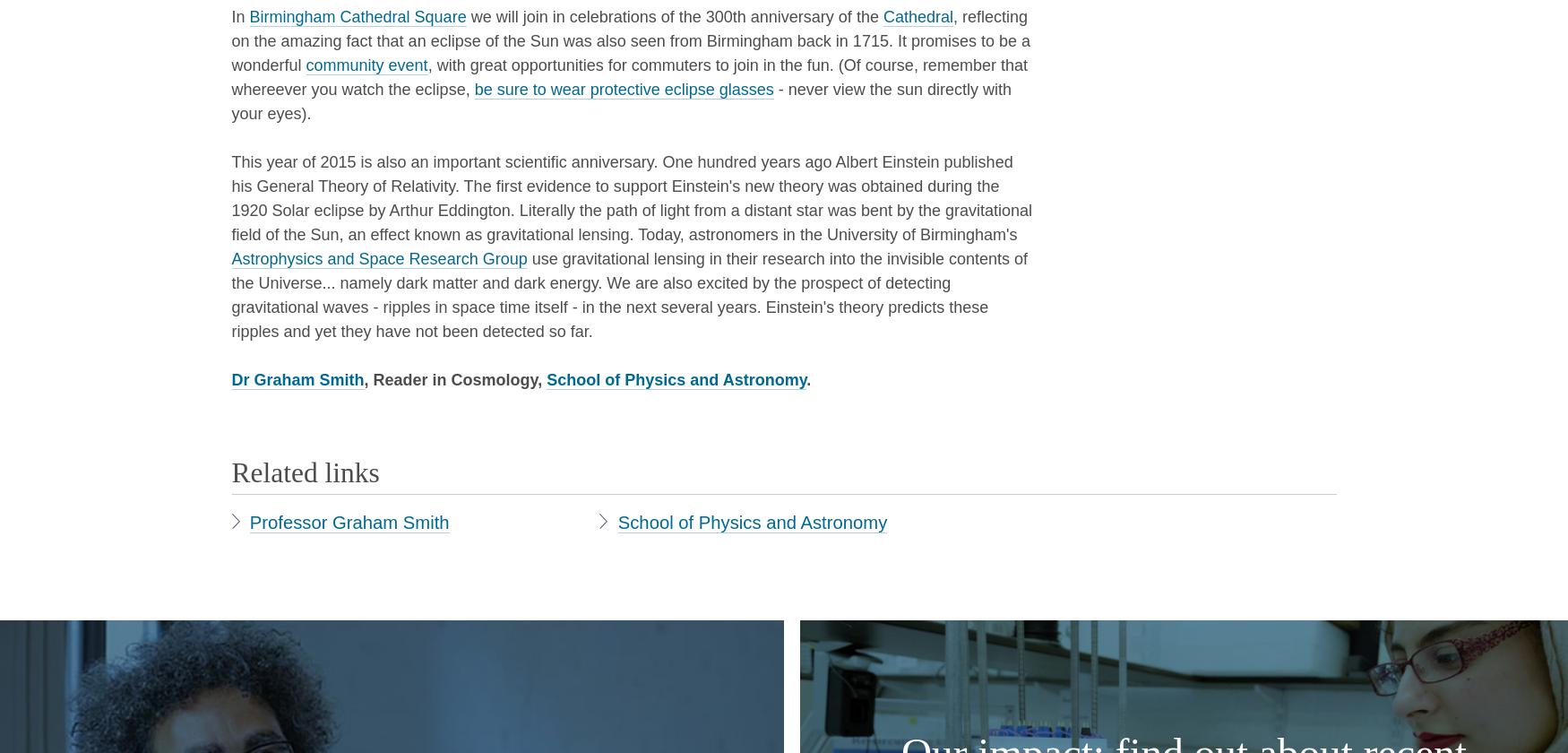 The image size is (1568, 753). Describe the element at coordinates (673, 15) in the screenshot. I see `'we will join in celebrations of the 300th anniversary of the'` at that location.